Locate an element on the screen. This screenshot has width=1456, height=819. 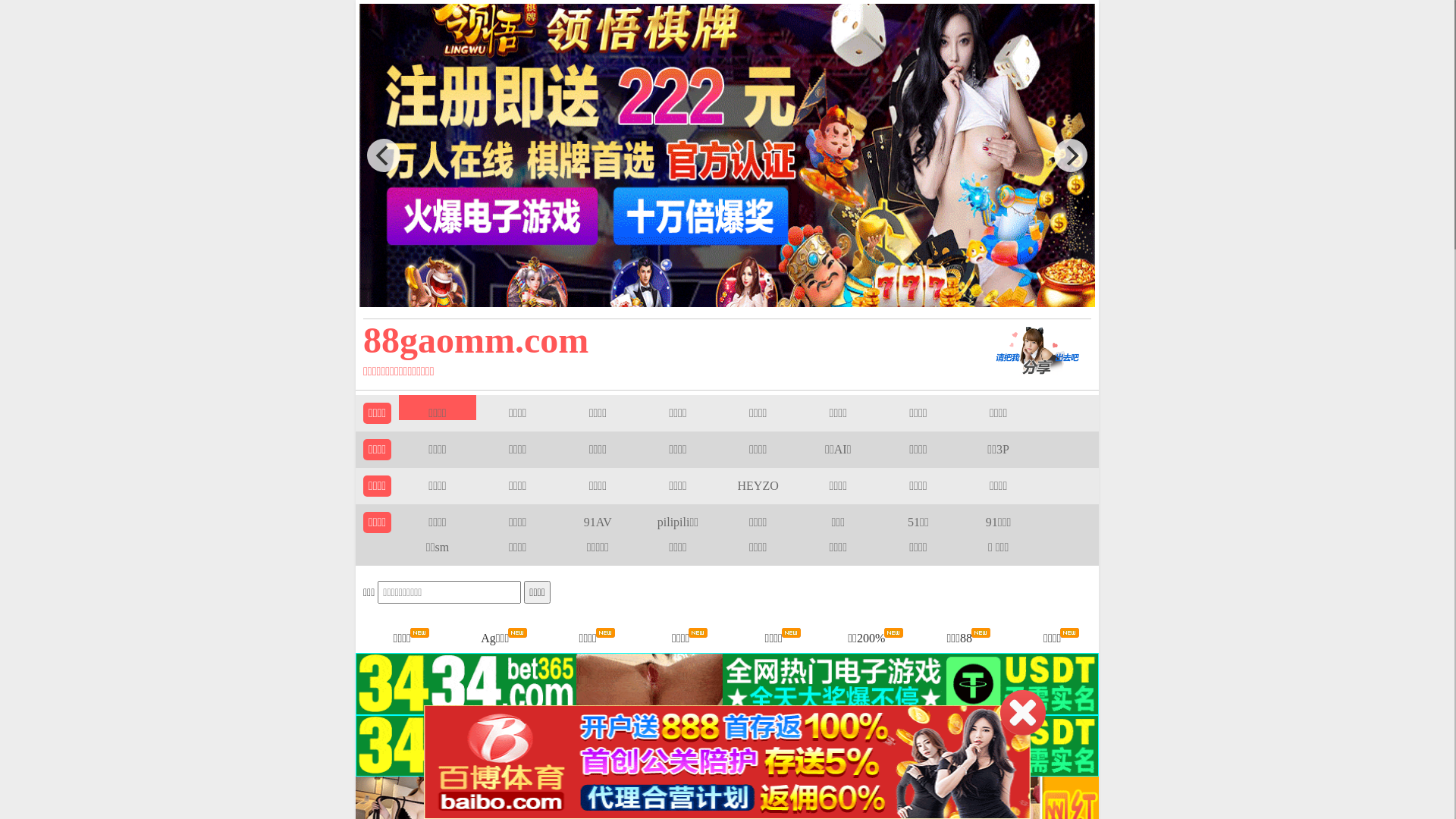
'91AV' is located at coordinates (597, 521).